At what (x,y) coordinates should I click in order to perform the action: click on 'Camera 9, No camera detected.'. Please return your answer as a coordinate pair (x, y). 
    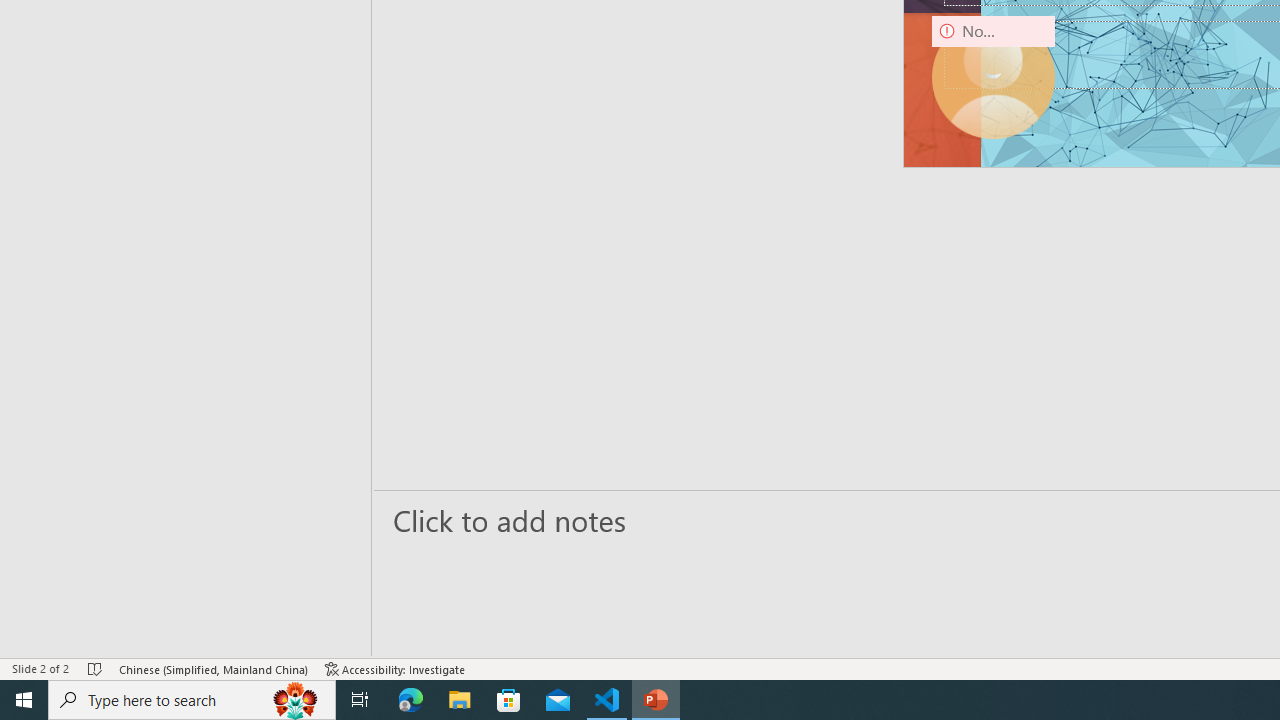
    Looking at the image, I should click on (993, 76).